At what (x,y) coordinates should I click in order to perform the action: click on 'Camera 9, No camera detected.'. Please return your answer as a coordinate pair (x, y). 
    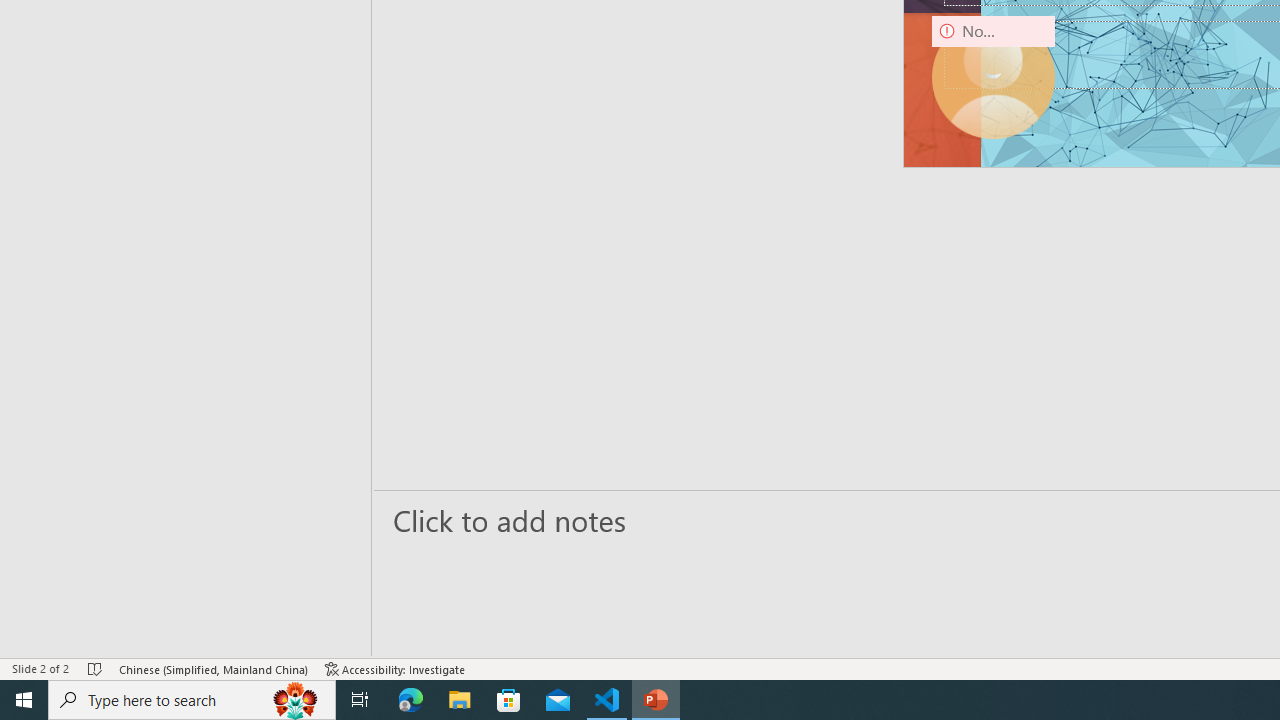
    Looking at the image, I should click on (993, 76).